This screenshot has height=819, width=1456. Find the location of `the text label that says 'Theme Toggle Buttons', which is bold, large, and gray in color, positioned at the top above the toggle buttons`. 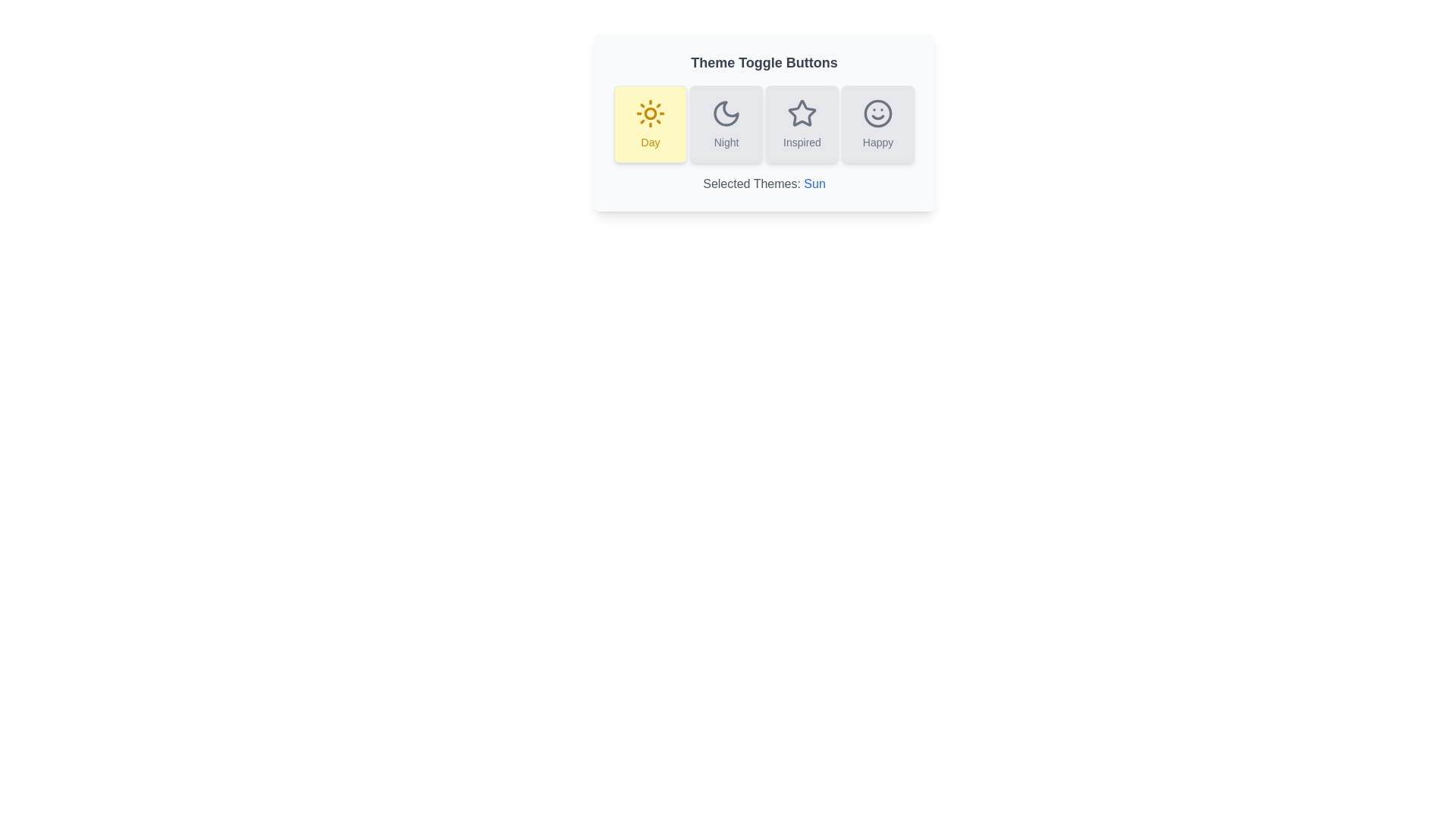

the text label that says 'Theme Toggle Buttons', which is bold, large, and gray in color, positioned at the top above the toggle buttons is located at coordinates (764, 62).